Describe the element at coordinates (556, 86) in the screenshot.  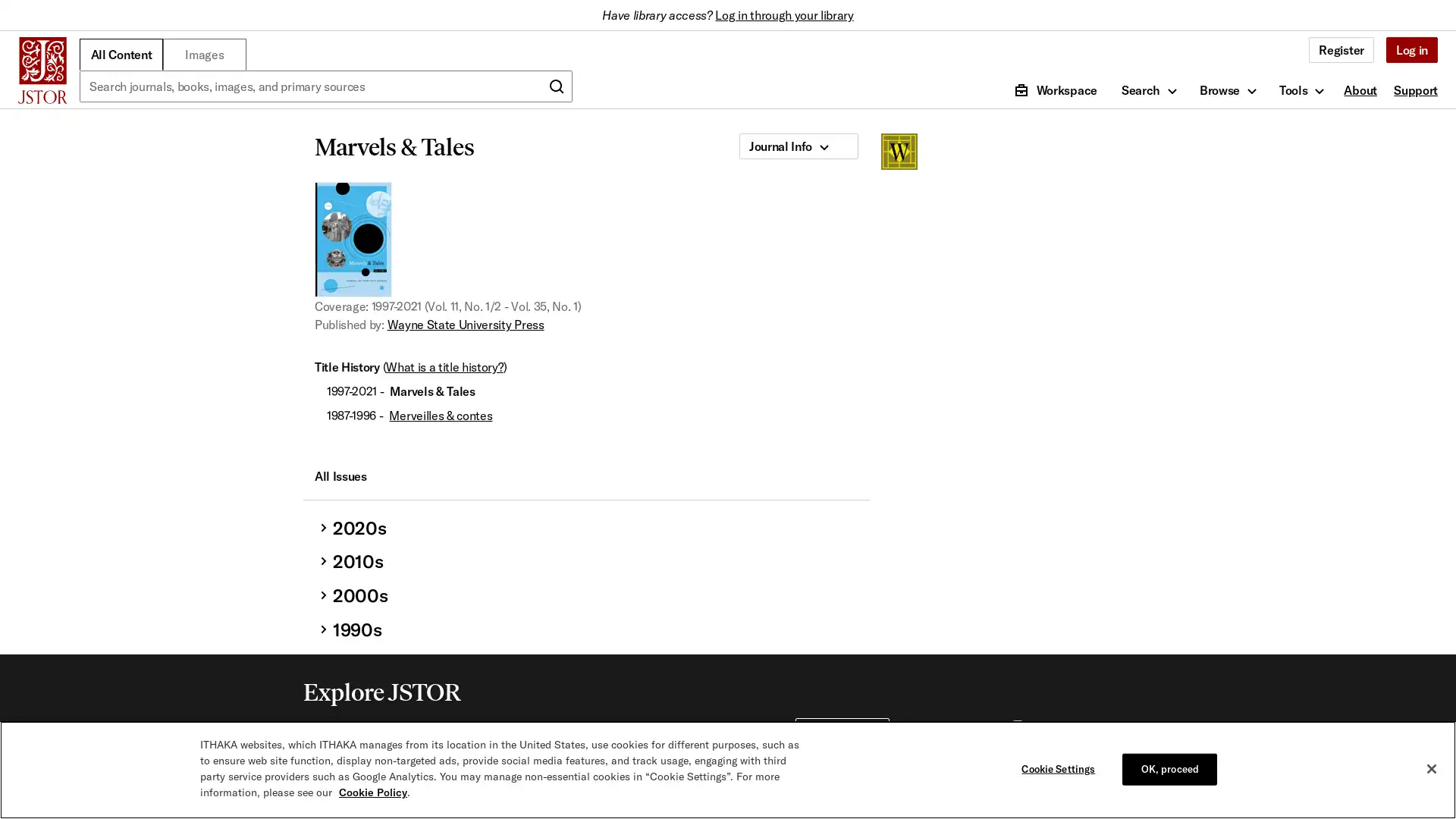
I see `Submit search` at that location.